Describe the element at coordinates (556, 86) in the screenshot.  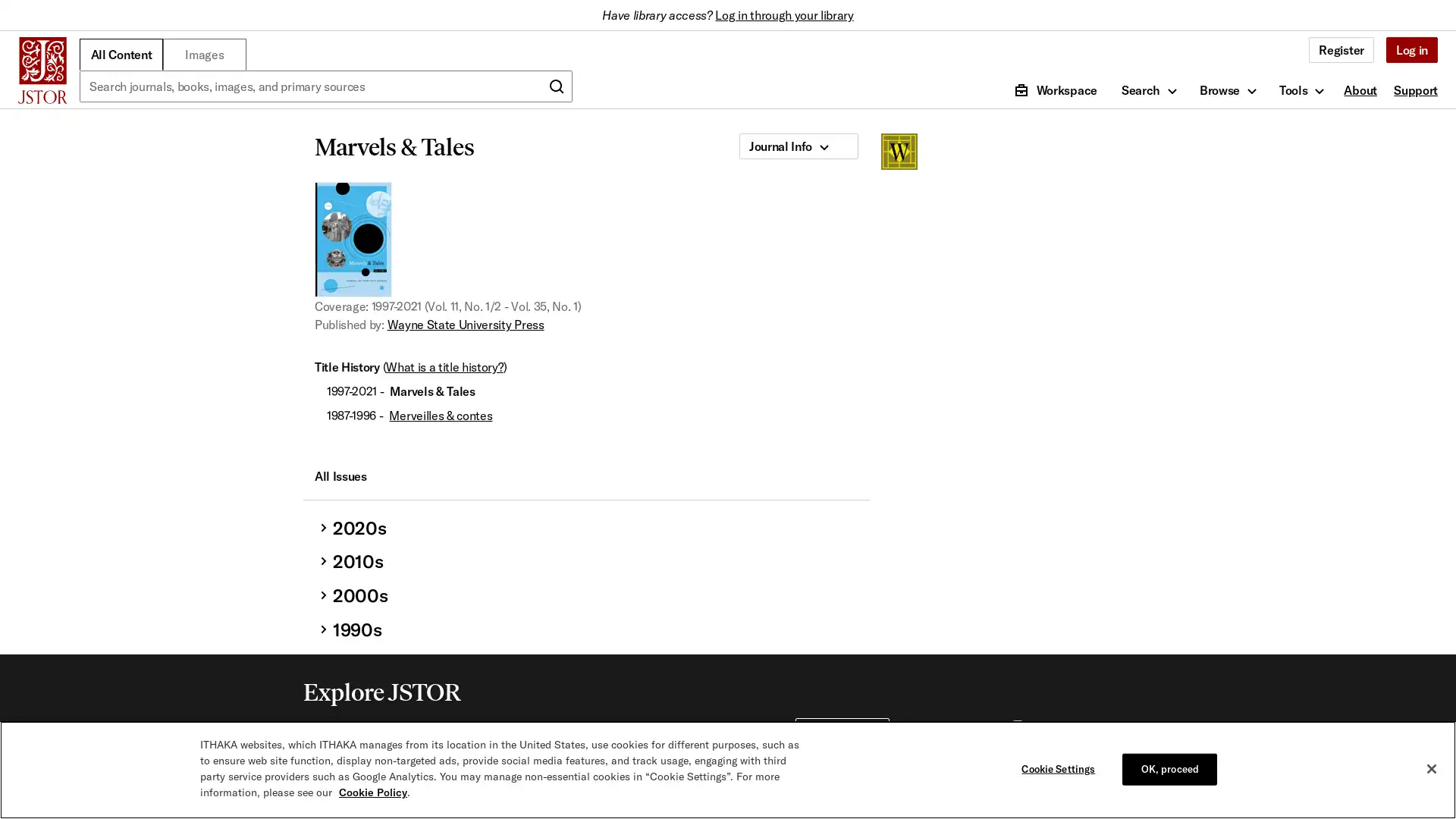
I see `Submit search` at that location.